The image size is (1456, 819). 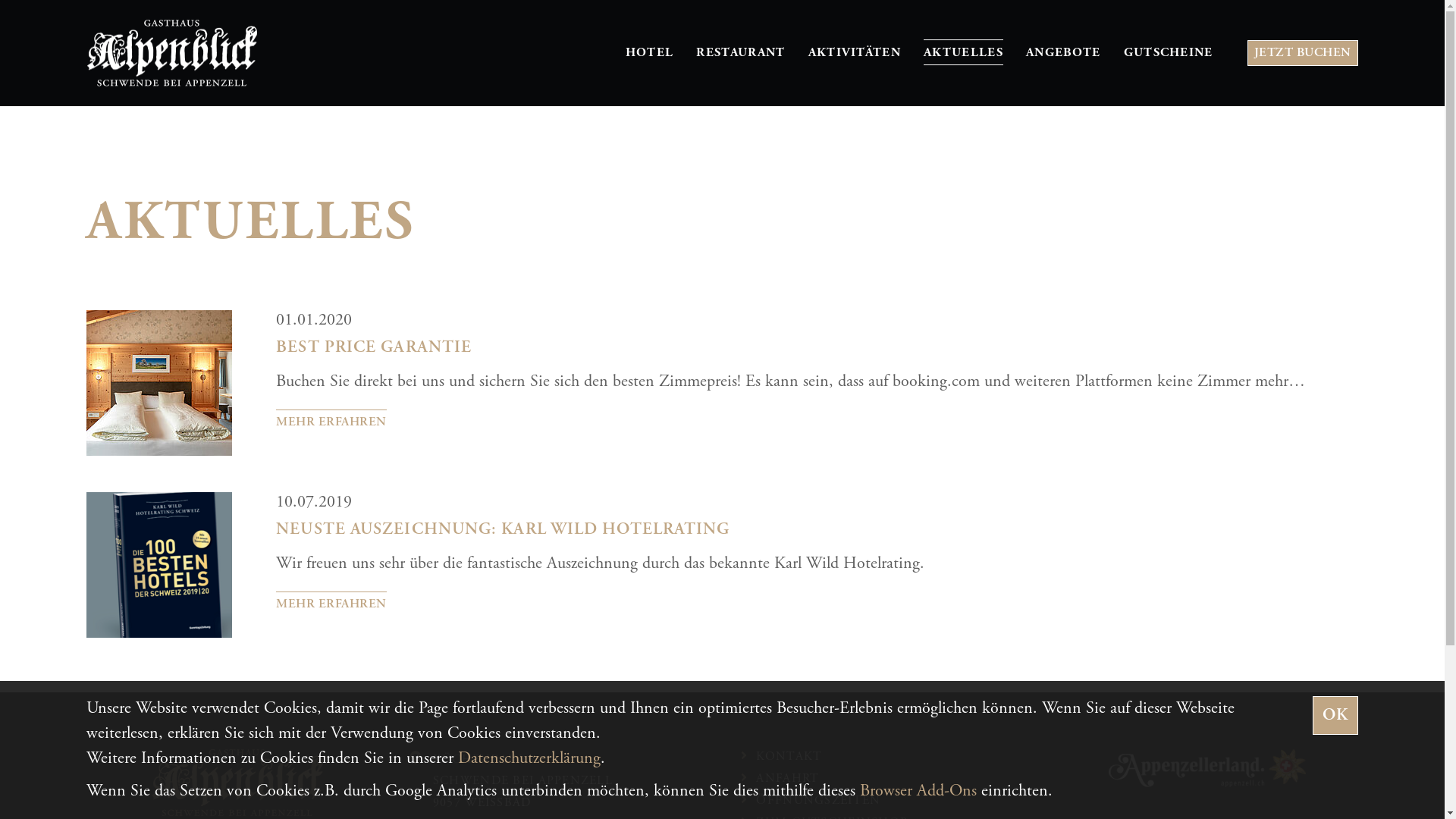 What do you see at coordinates (1062, 52) in the screenshot?
I see `'ANGEBOTE'` at bounding box center [1062, 52].